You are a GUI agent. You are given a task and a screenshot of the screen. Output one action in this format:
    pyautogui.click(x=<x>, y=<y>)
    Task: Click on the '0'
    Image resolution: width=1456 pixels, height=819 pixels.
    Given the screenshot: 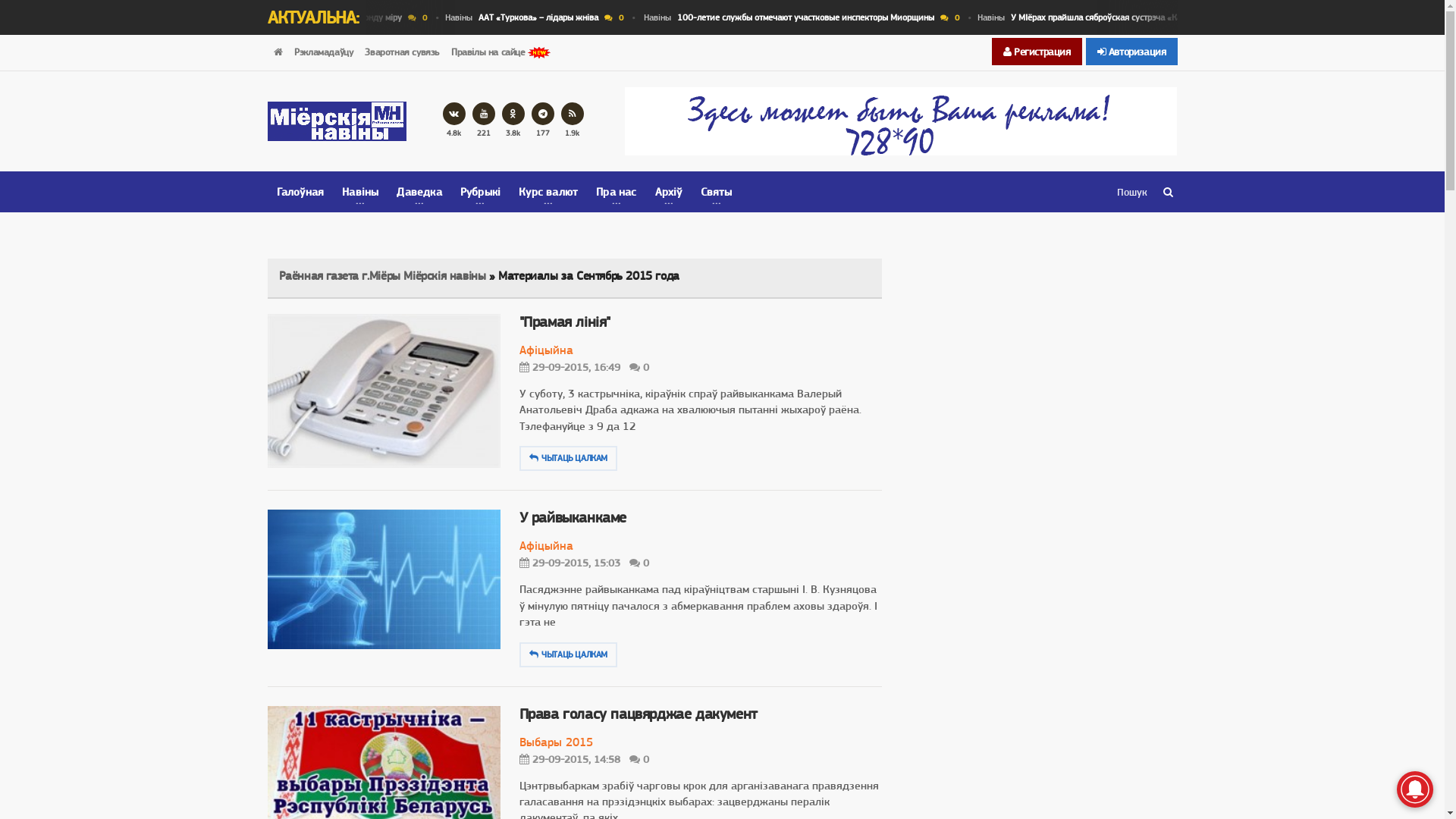 What is the action you would take?
    pyautogui.click(x=571, y=17)
    